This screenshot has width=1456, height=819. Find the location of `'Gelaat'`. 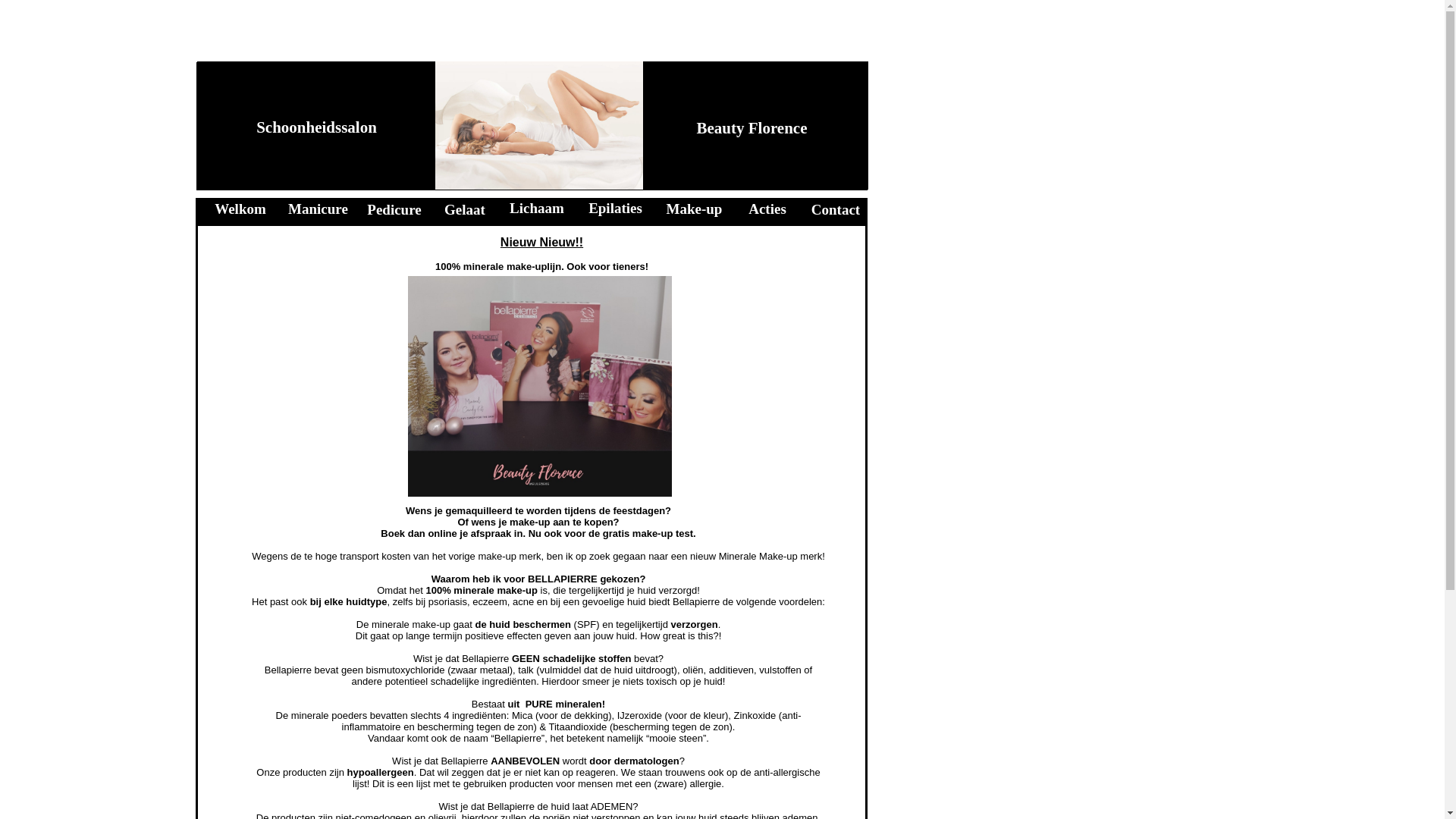

'Gelaat' is located at coordinates (464, 209).